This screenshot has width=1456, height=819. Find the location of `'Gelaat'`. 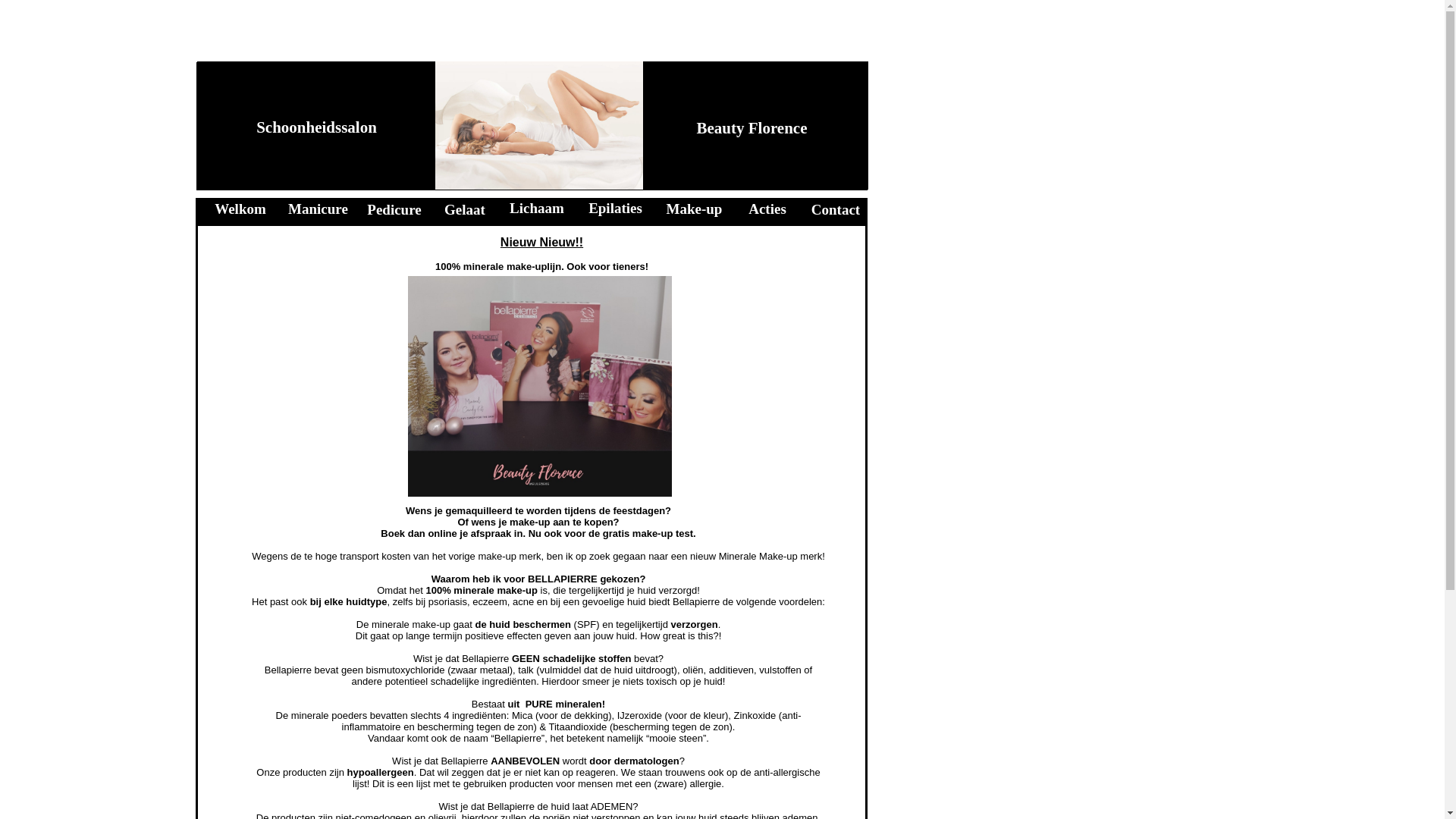

'Gelaat' is located at coordinates (464, 209).